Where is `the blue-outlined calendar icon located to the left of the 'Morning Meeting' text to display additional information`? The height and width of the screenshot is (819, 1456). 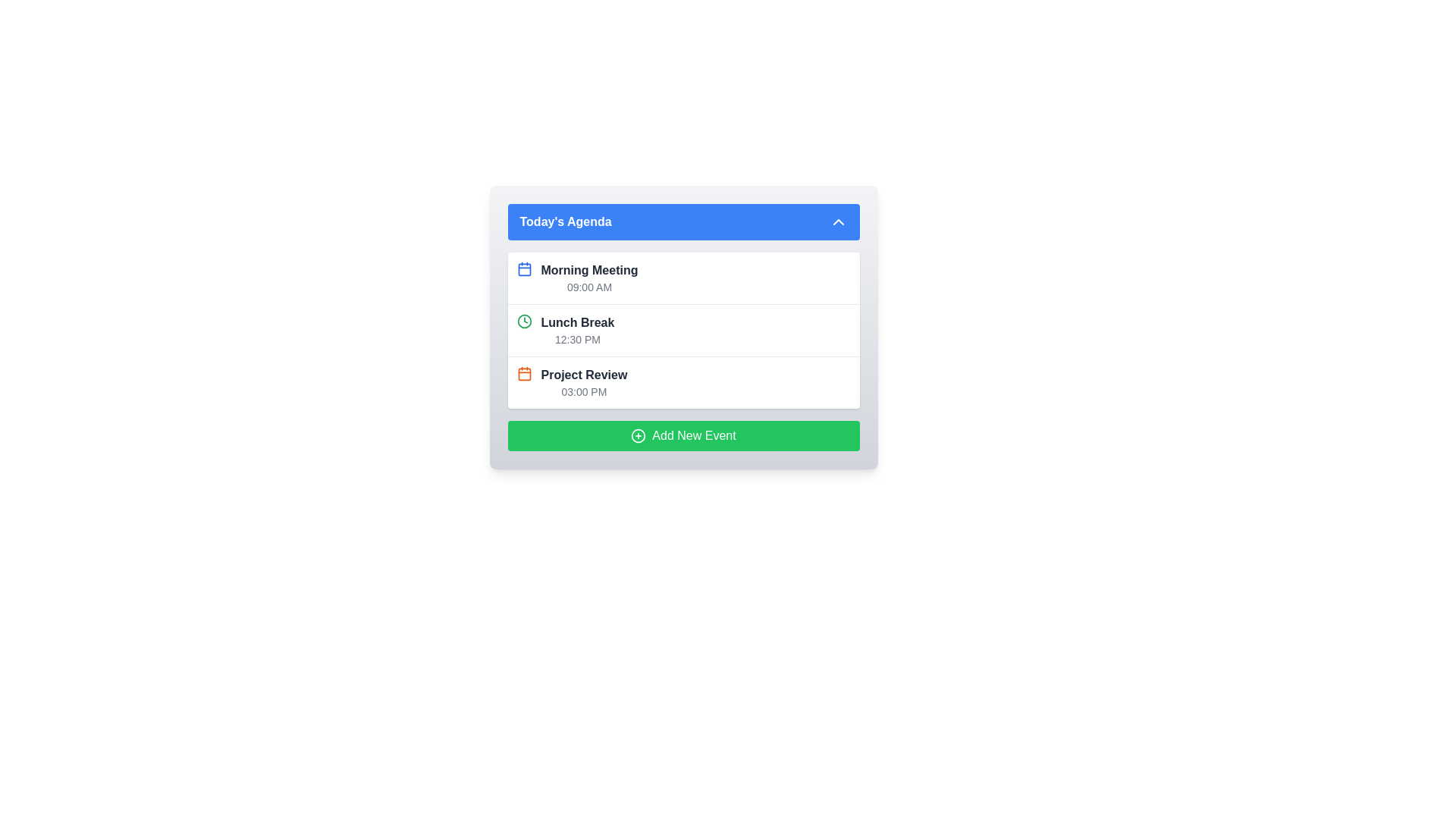
the blue-outlined calendar icon located to the left of the 'Morning Meeting' text to display additional information is located at coordinates (524, 278).